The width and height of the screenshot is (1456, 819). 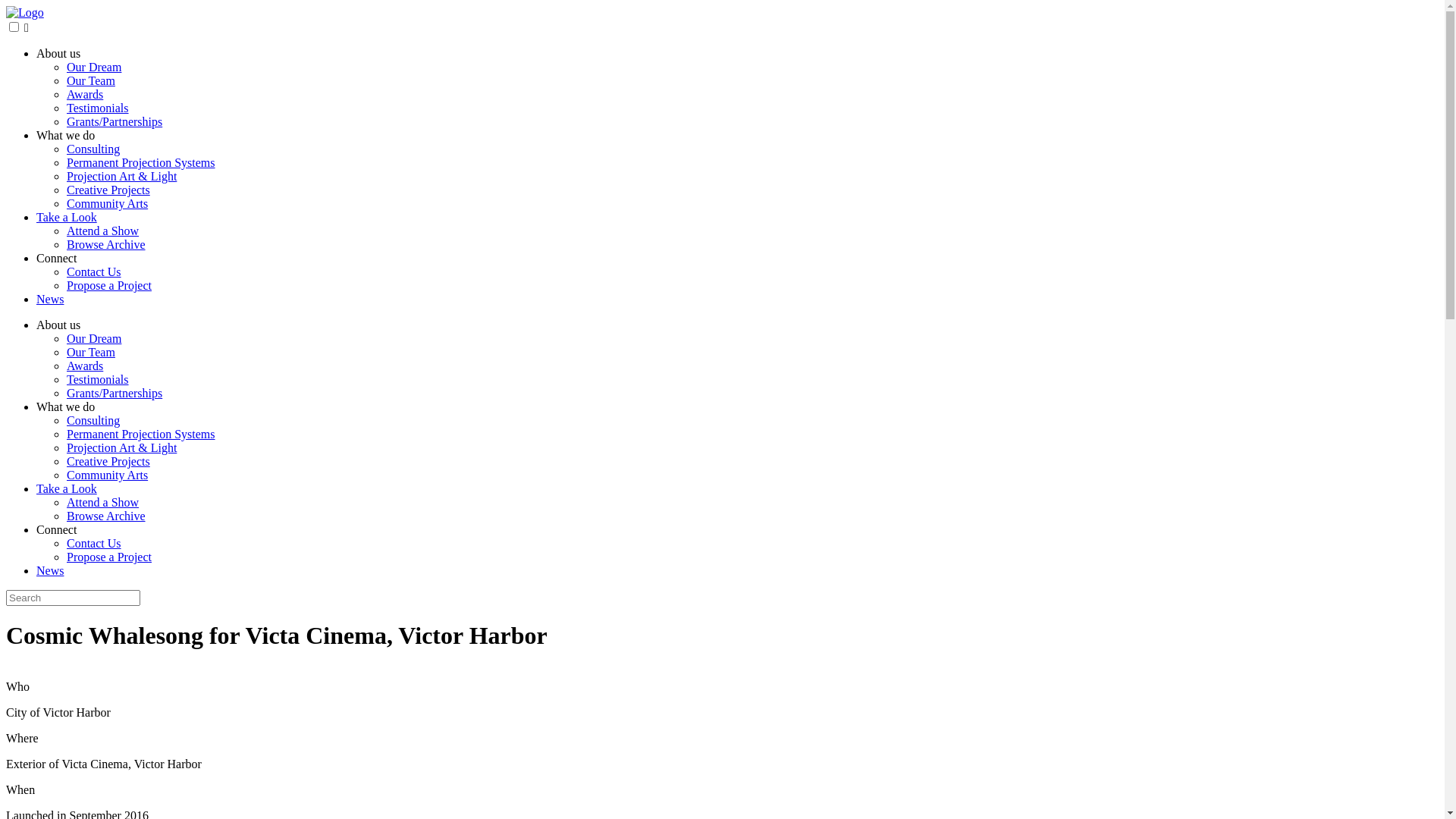 What do you see at coordinates (83, 366) in the screenshot?
I see `'Awards'` at bounding box center [83, 366].